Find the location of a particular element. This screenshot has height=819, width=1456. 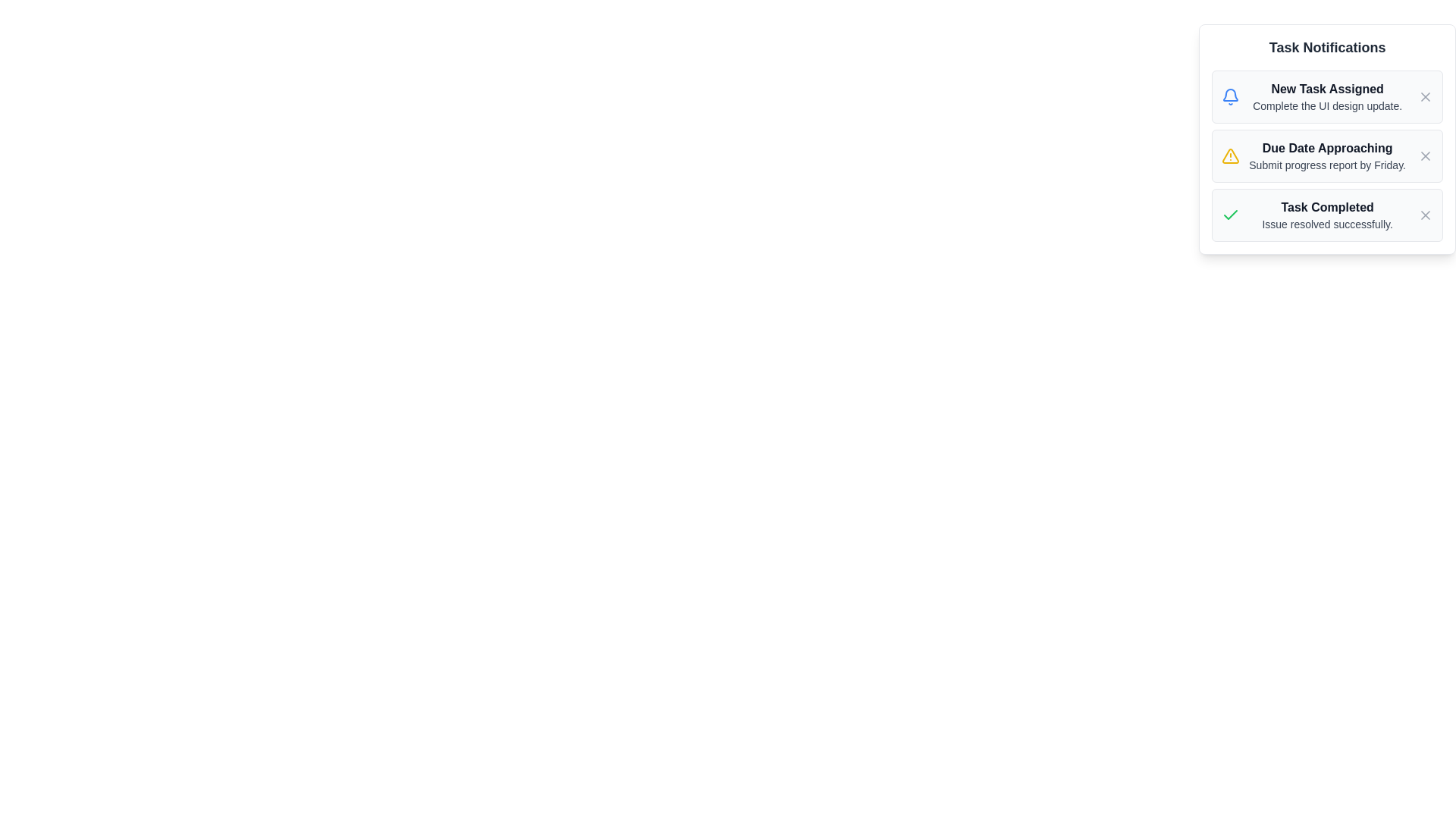

the text header 'Task Notifications' which is prominently displayed at the top of the notification panel in dark gray color is located at coordinates (1326, 46).